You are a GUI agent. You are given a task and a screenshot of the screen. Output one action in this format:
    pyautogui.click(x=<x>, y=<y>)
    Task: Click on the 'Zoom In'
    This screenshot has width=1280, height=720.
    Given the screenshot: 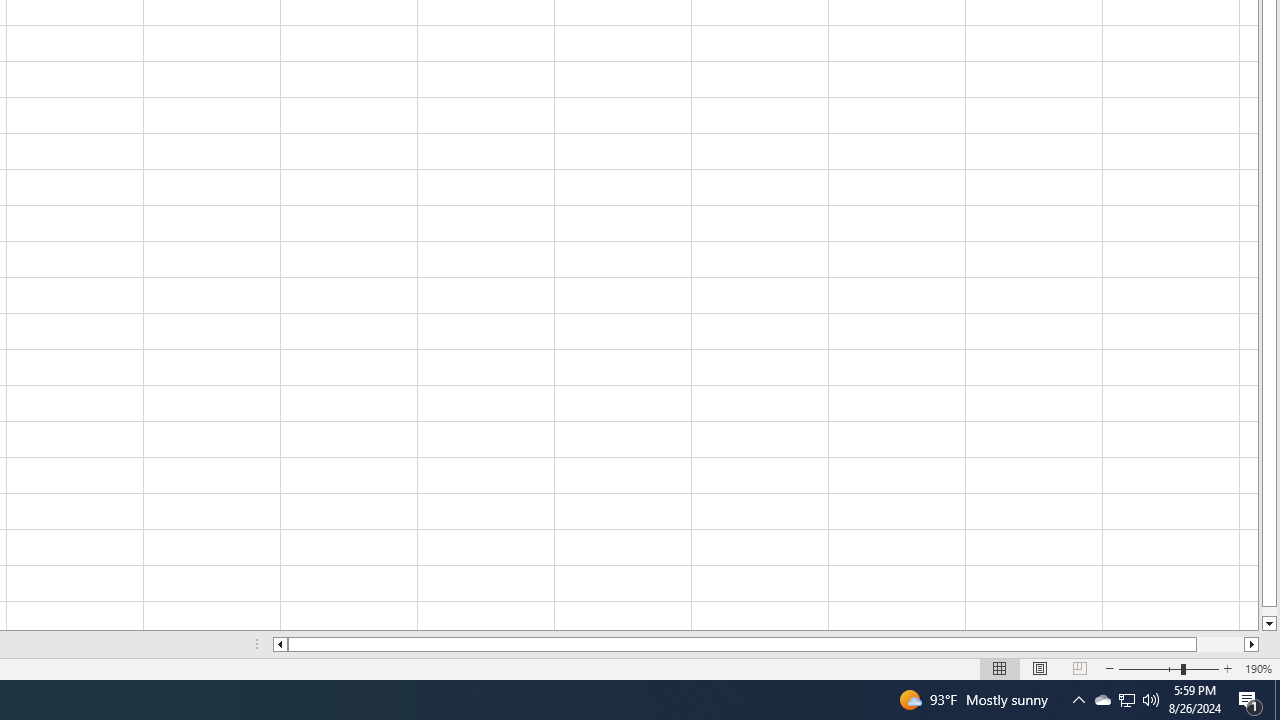 What is the action you would take?
    pyautogui.click(x=1226, y=669)
    